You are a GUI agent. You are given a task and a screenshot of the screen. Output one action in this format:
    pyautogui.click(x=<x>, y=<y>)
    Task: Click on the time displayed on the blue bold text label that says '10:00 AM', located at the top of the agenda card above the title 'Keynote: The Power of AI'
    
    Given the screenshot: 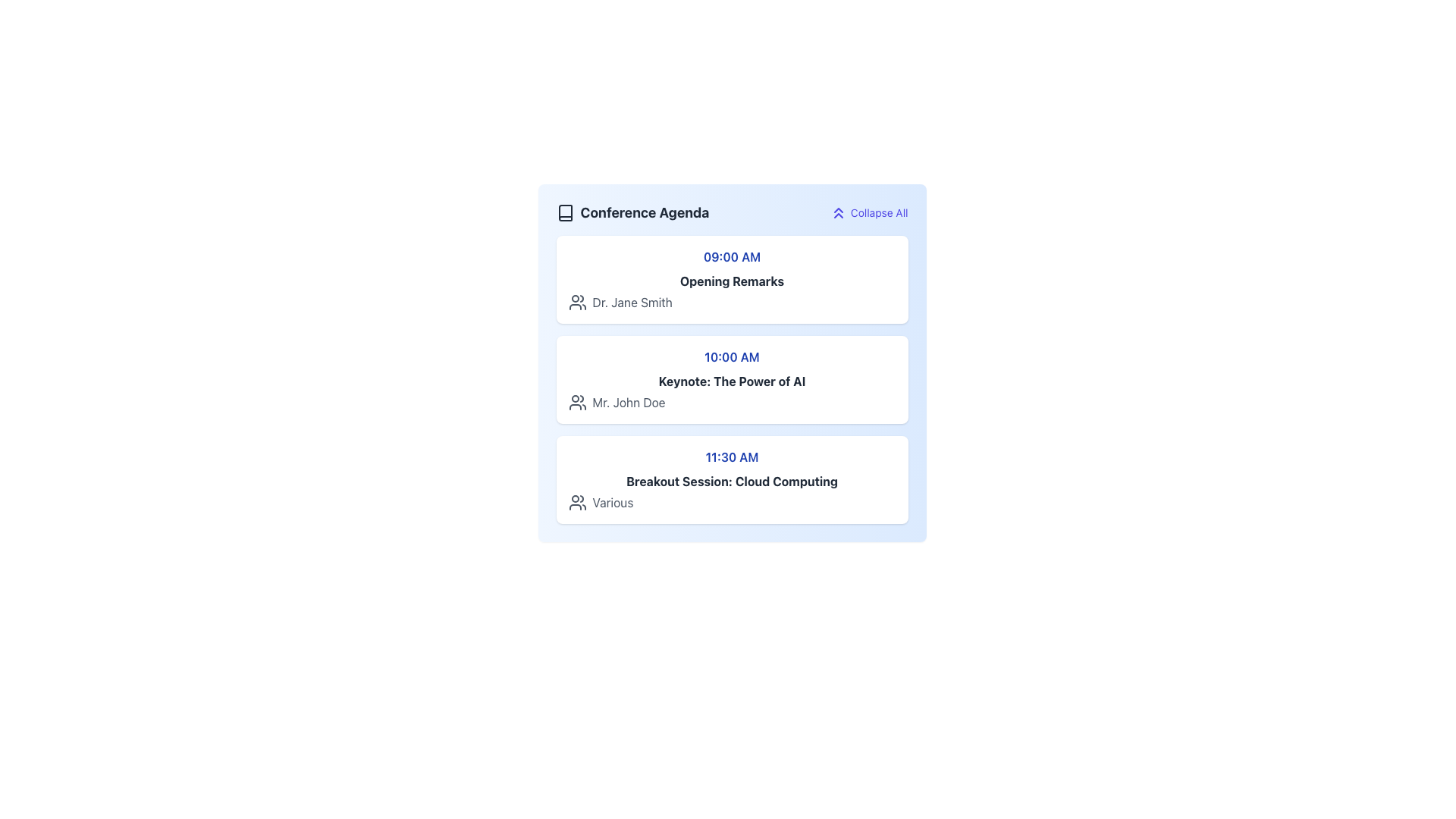 What is the action you would take?
    pyautogui.click(x=732, y=356)
    